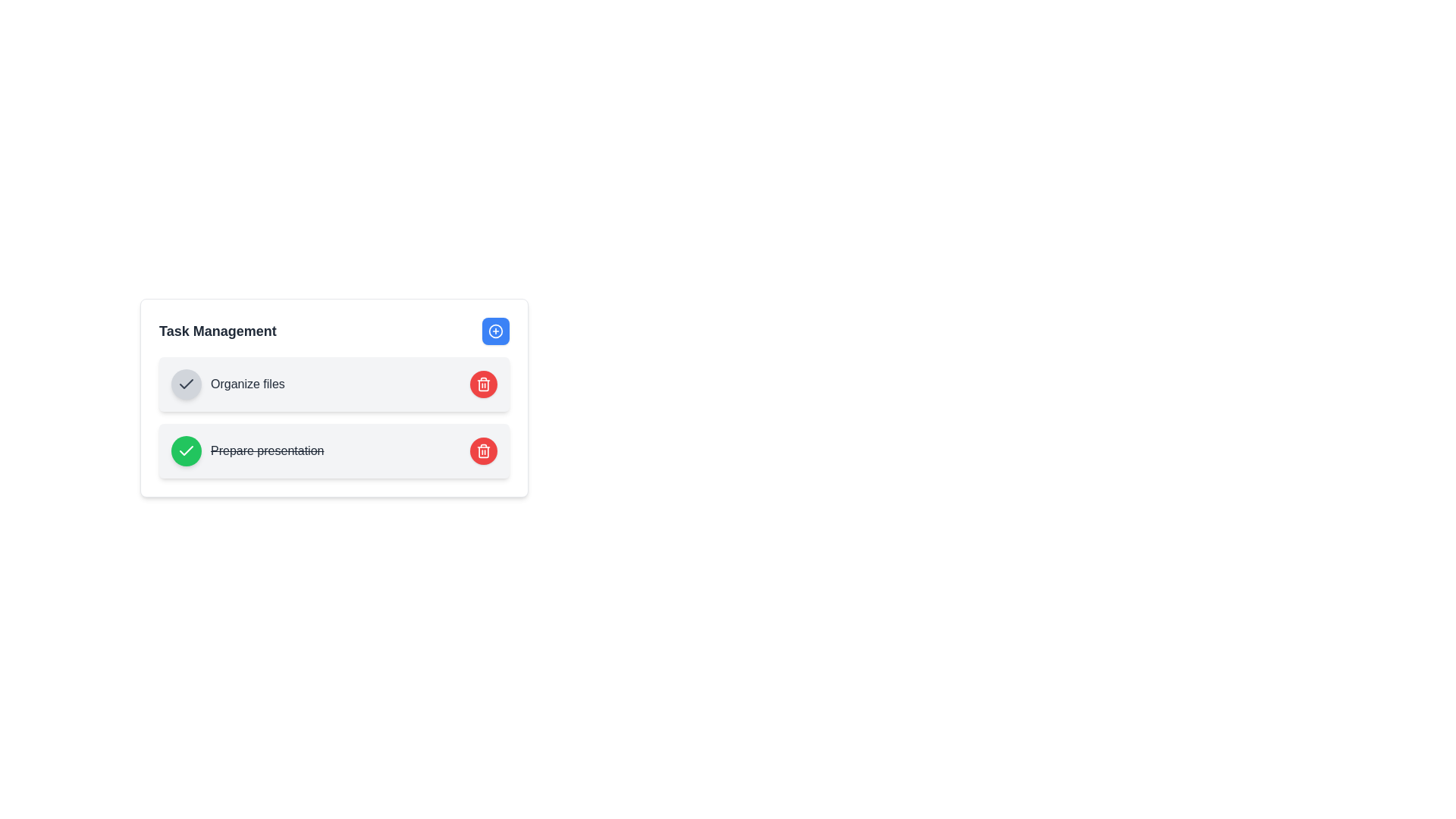  What do you see at coordinates (227, 383) in the screenshot?
I see `the first task list item labeled 'Organize files' which has a circular icon with a check mark on the left` at bounding box center [227, 383].